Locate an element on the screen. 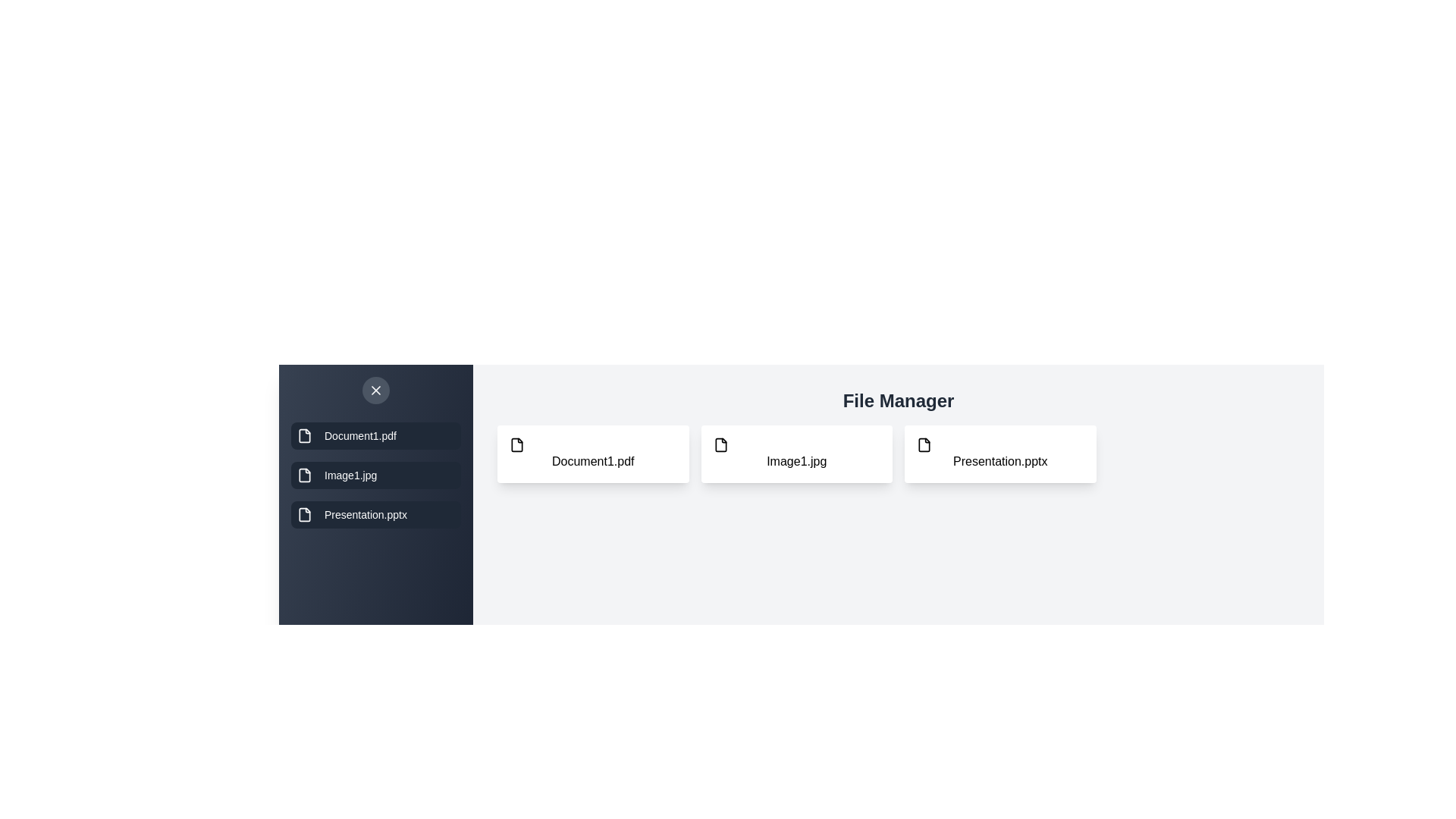 The height and width of the screenshot is (819, 1456). the file Document1.pdf in the main grid is located at coordinates (592, 453).